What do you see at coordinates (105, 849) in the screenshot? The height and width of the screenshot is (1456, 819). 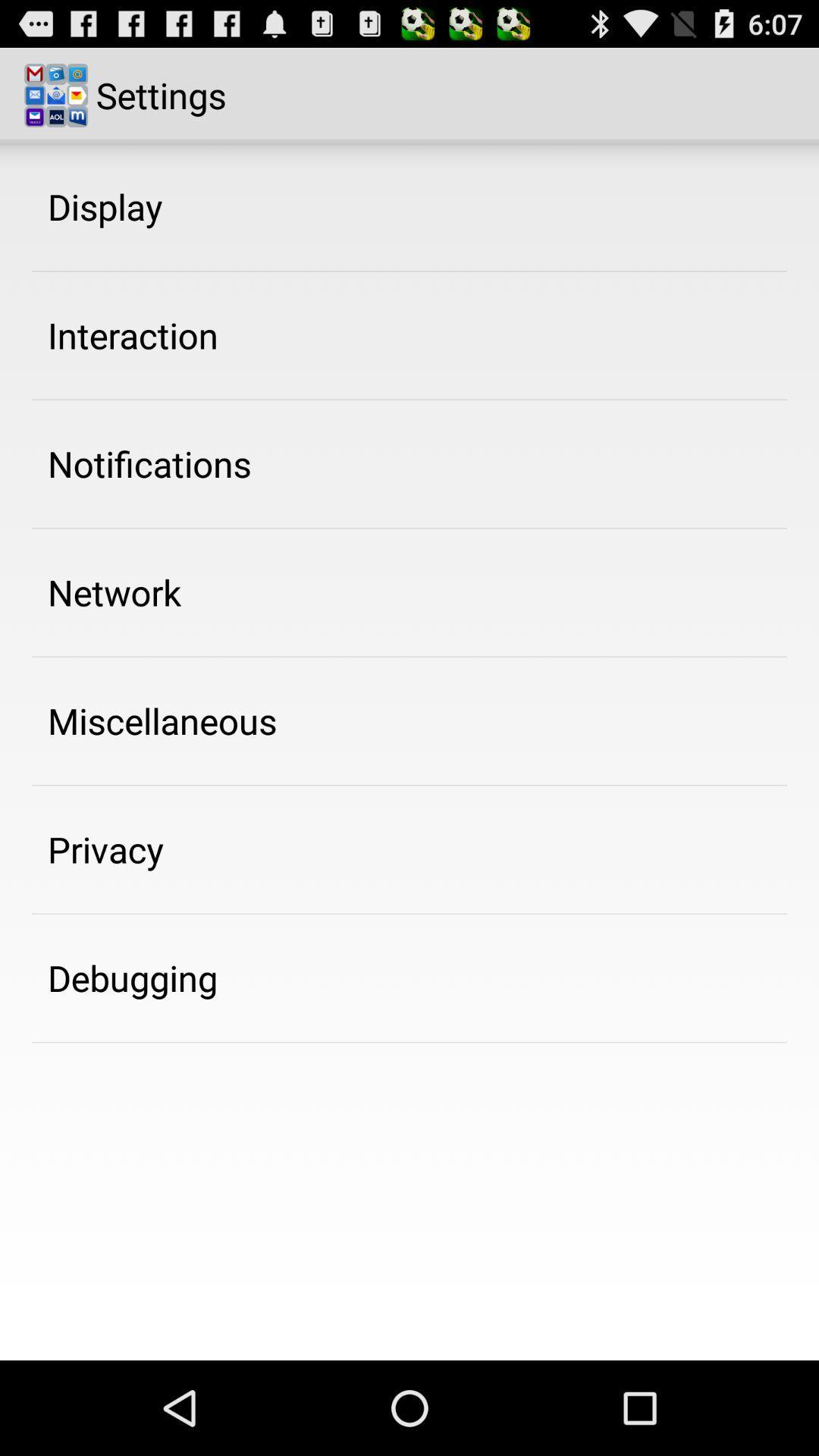 I see `privacy icon` at bounding box center [105, 849].